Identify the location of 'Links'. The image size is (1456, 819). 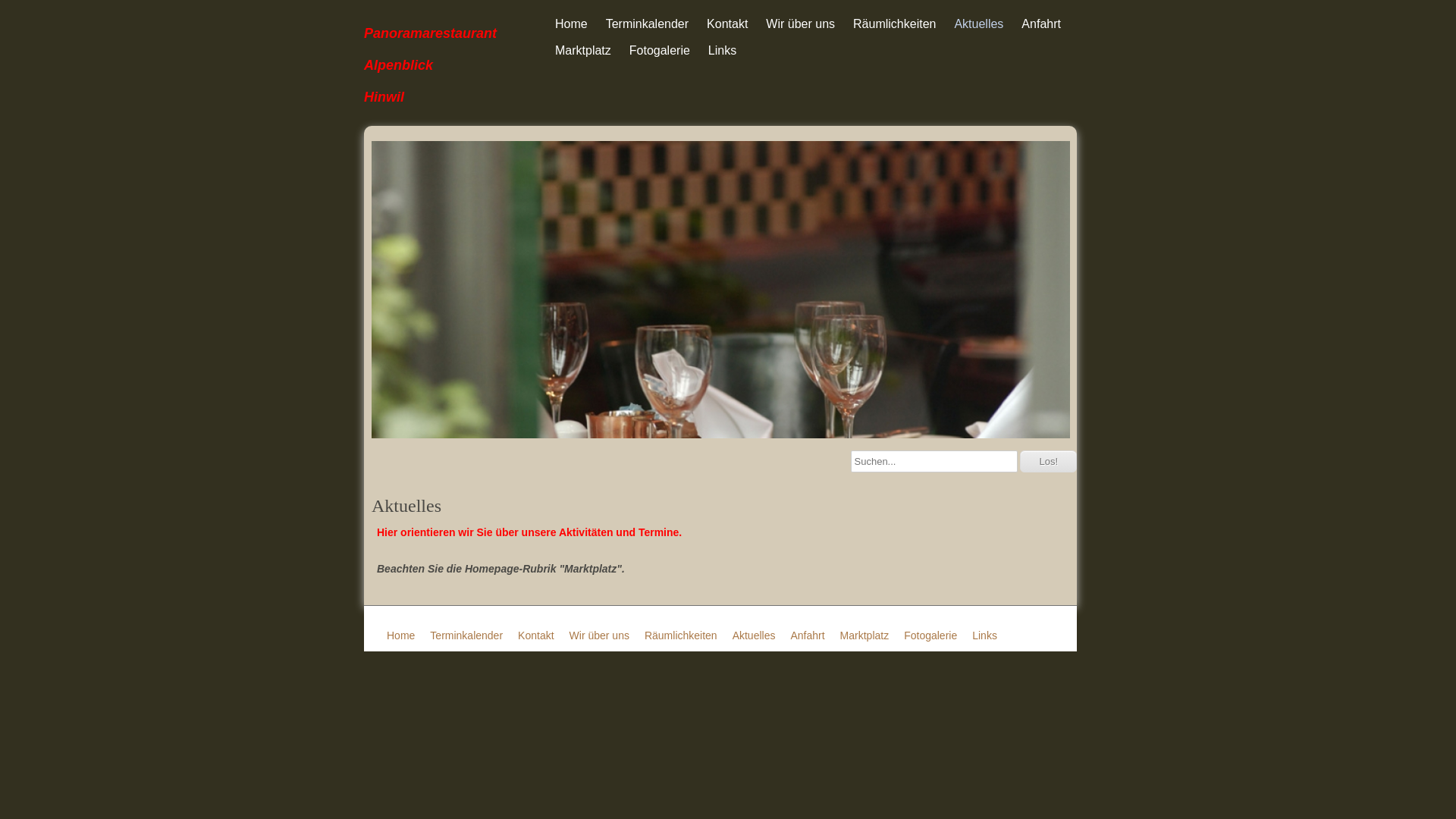
(984, 635).